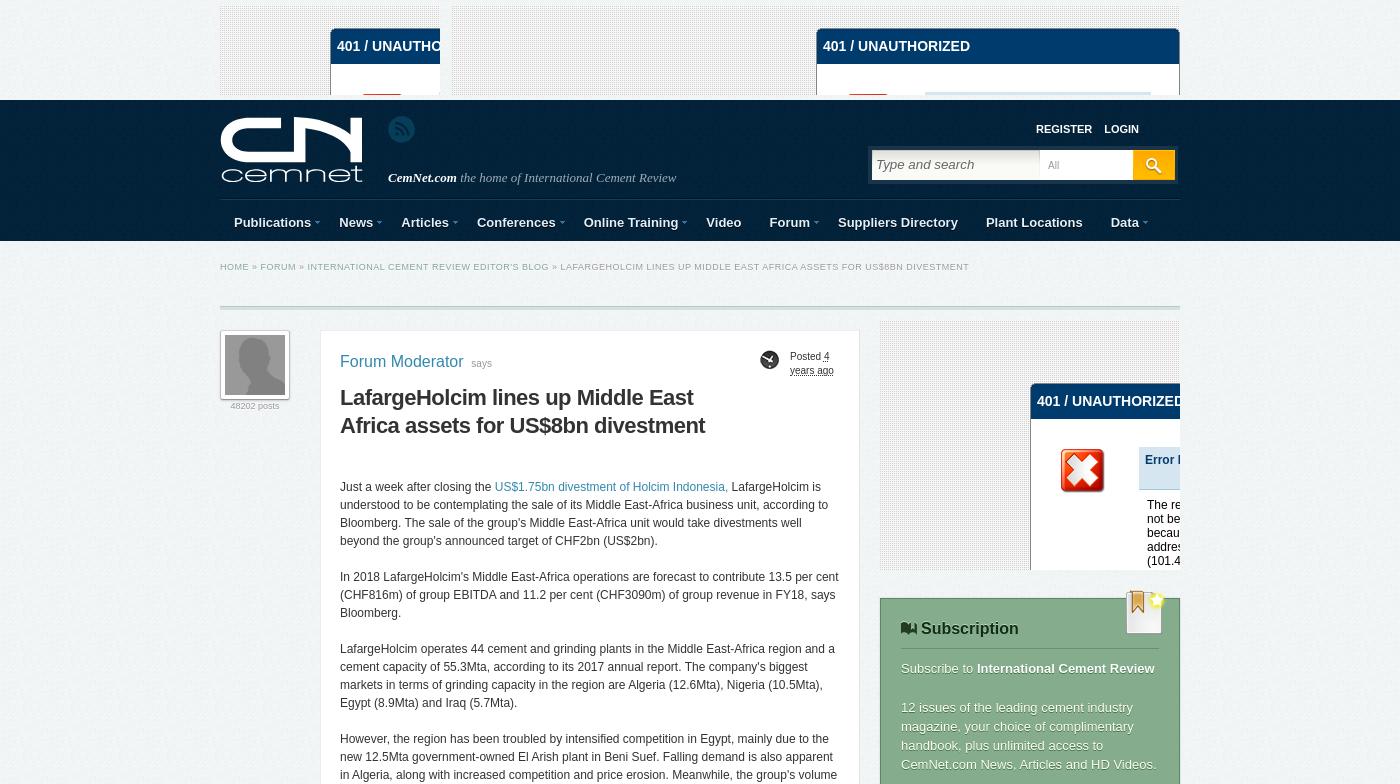  Describe the element at coordinates (566, 177) in the screenshot. I see `'the home of International Cement
                Review'` at that location.